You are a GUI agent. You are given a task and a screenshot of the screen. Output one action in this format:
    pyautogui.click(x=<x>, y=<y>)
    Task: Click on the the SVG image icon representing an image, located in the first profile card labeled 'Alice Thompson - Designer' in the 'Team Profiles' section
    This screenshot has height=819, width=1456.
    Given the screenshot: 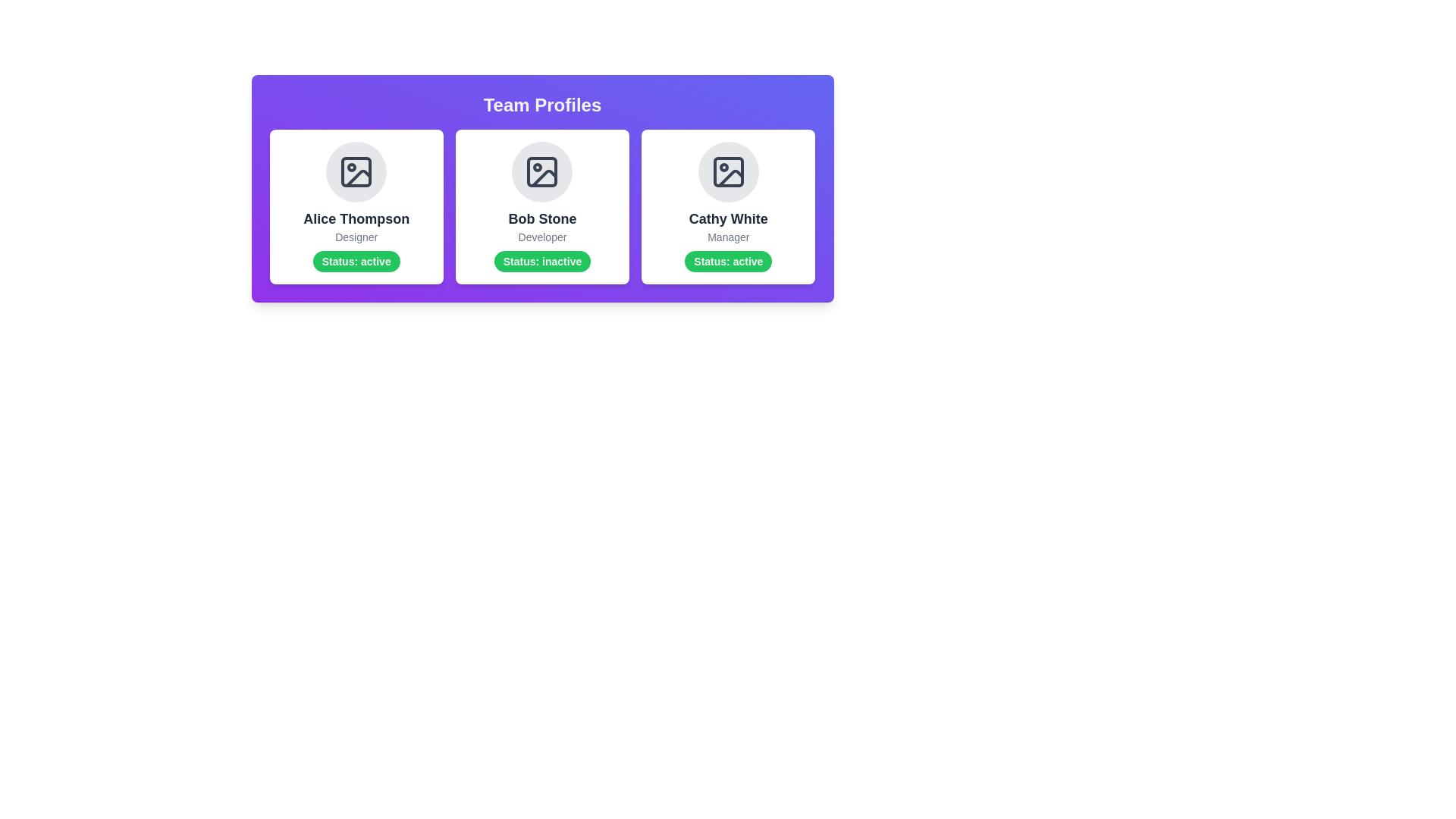 What is the action you would take?
    pyautogui.click(x=356, y=171)
    